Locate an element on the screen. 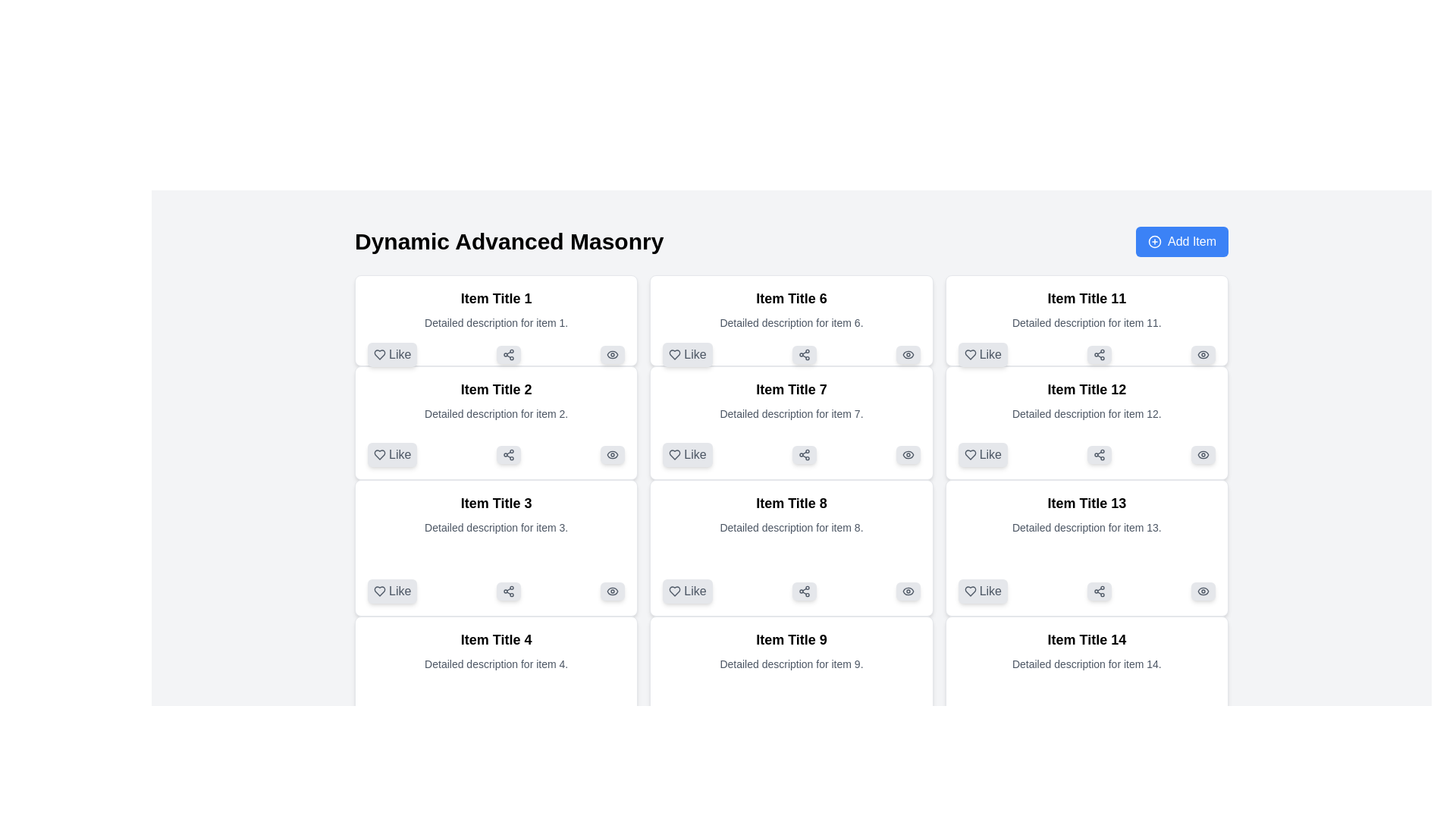 The height and width of the screenshot is (819, 1456). the title text located in the second column and second row of the grid layout is located at coordinates (790, 298).